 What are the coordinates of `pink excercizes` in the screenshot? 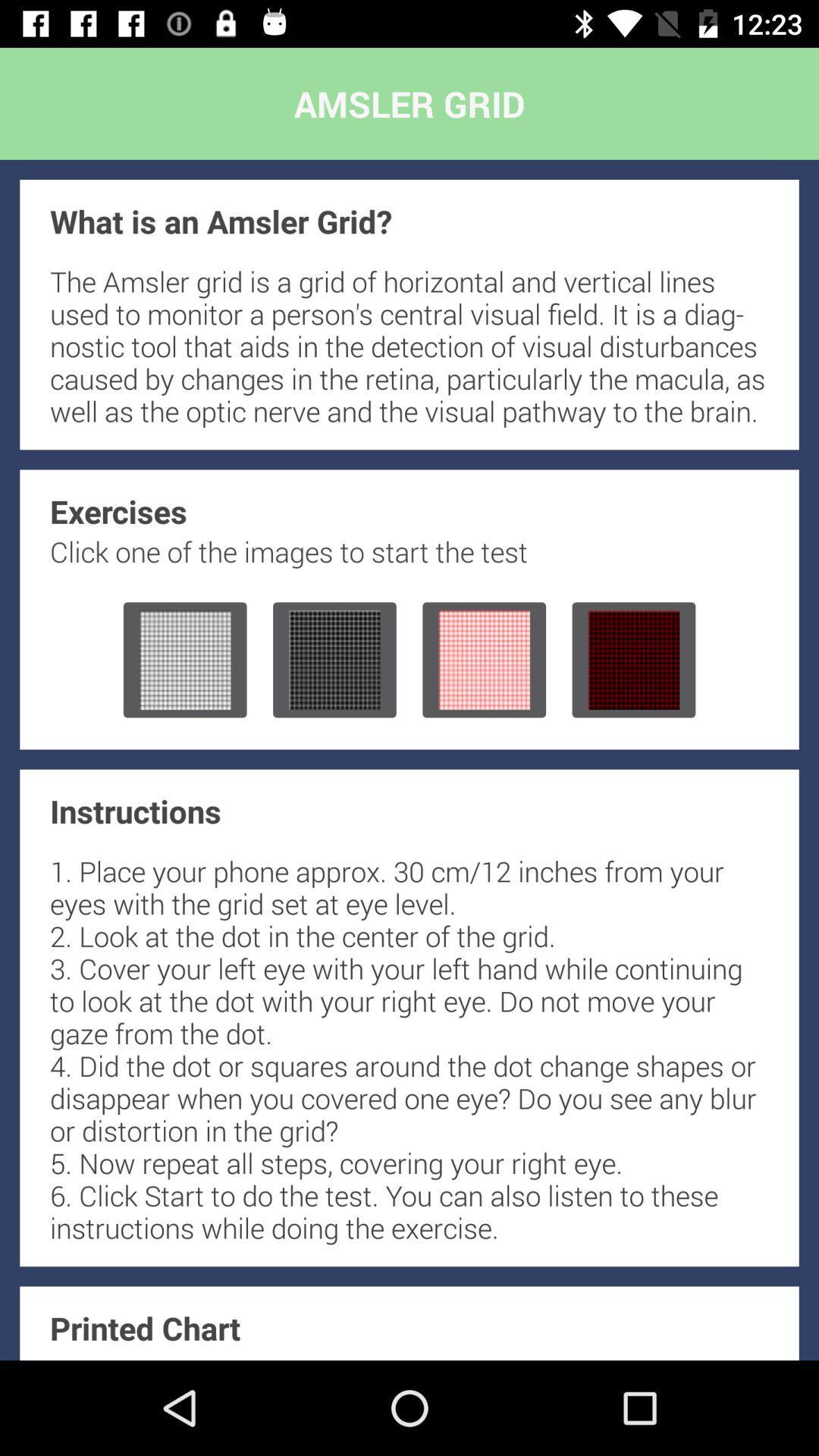 It's located at (484, 660).